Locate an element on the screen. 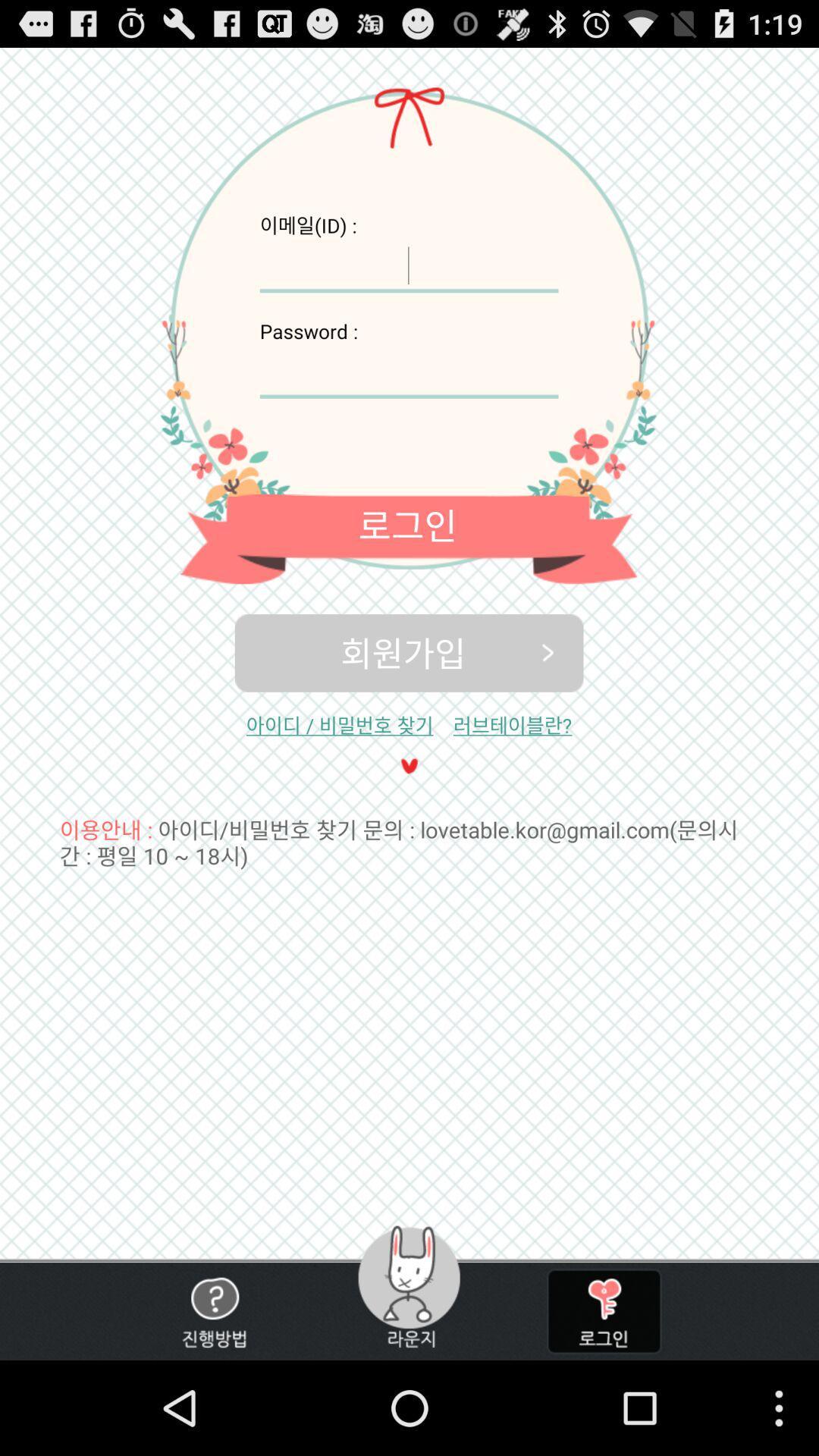 Image resolution: width=819 pixels, height=1456 pixels. password is located at coordinates (408, 372).